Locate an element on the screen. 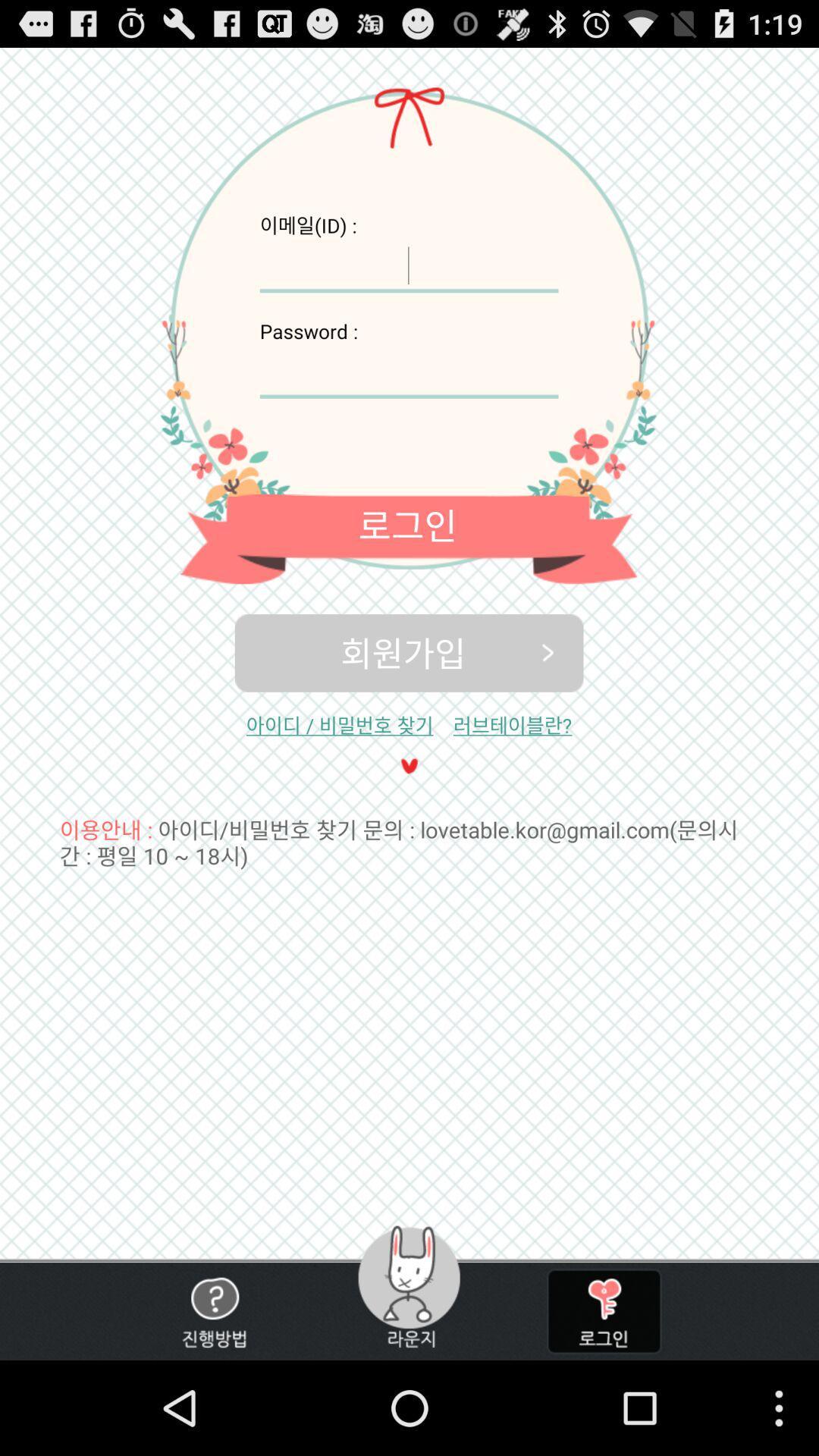 Image resolution: width=819 pixels, height=1456 pixels. password is located at coordinates (408, 372).